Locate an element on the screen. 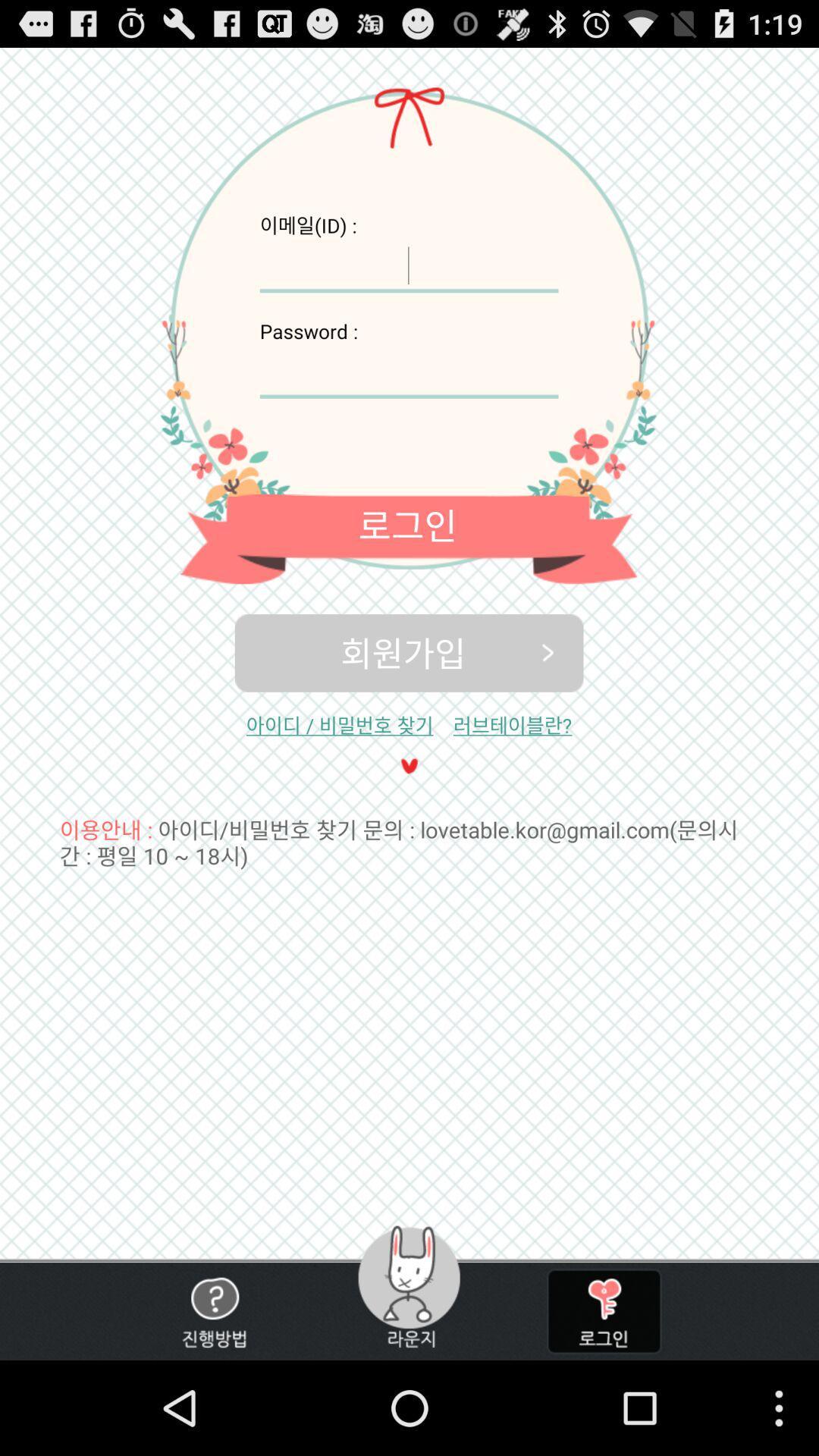 Image resolution: width=819 pixels, height=1456 pixels. password is located at coordinates (408, 372).